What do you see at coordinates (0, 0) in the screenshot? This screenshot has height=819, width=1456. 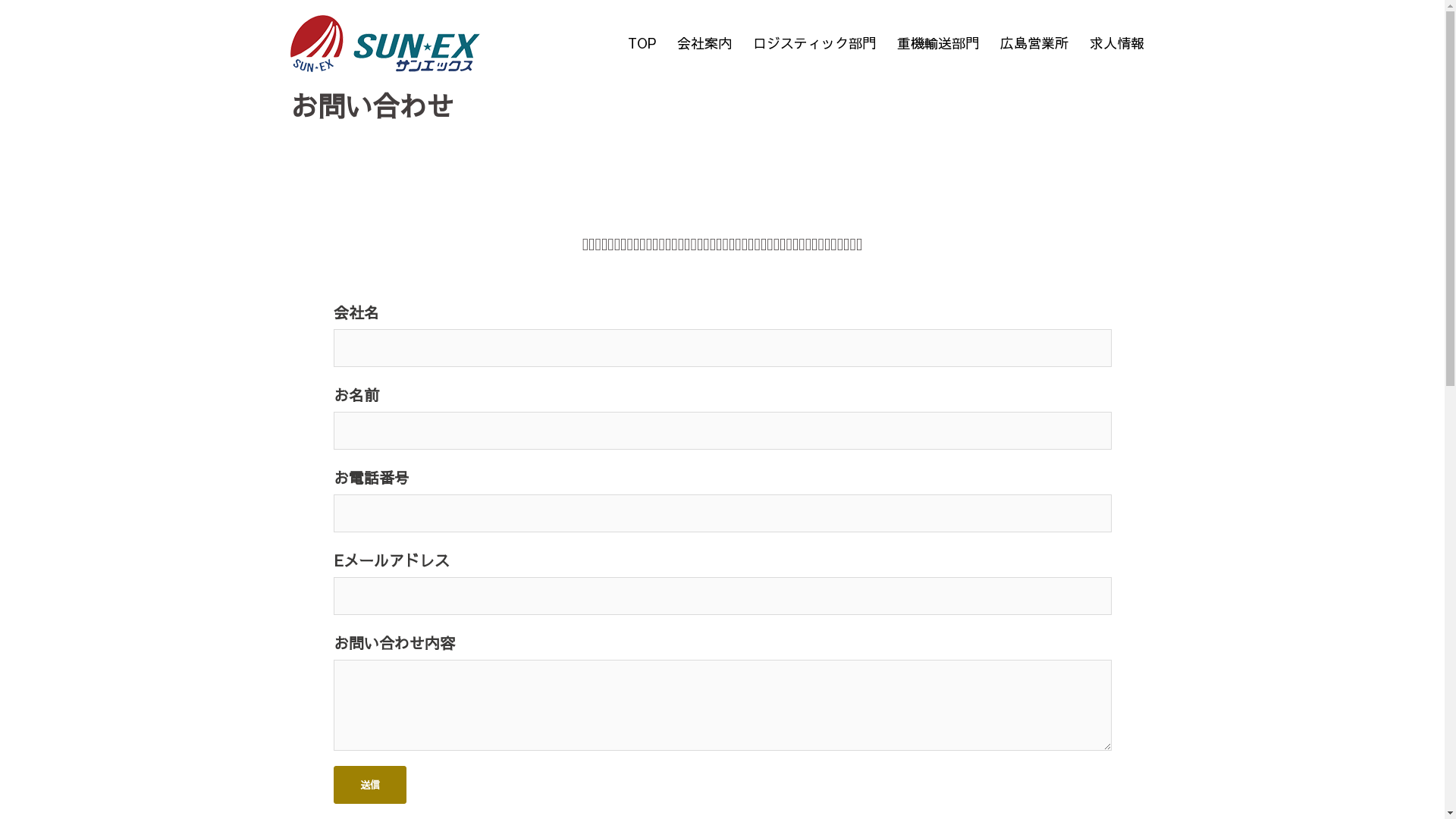 I see `'Skip to content'` at bounding box center [0, 0].